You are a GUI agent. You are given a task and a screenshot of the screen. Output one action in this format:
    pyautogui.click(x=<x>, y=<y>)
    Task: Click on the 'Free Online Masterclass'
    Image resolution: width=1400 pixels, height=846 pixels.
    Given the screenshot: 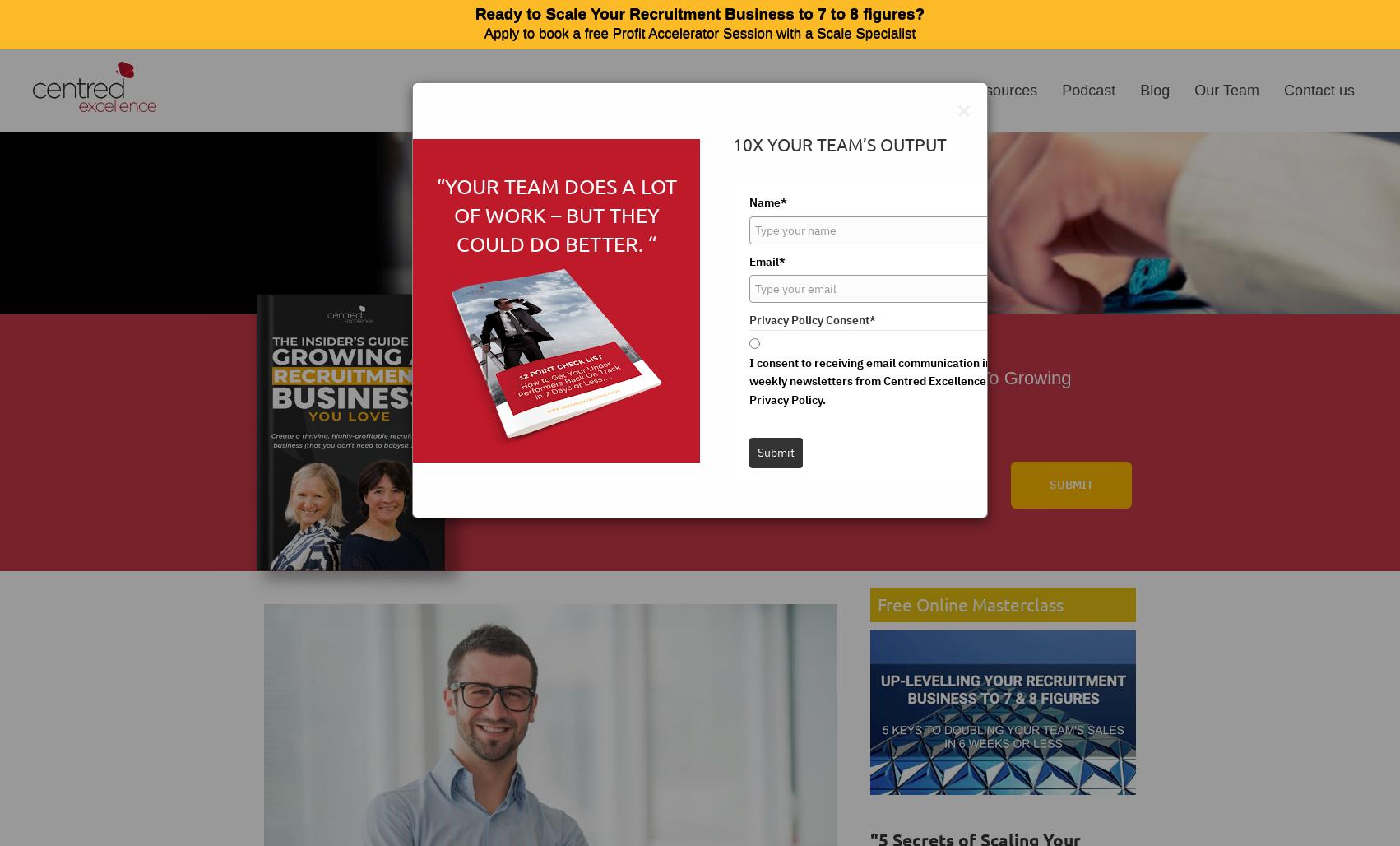 What is the action you would take?
    pyautogui.click(x=970, y=602)
    